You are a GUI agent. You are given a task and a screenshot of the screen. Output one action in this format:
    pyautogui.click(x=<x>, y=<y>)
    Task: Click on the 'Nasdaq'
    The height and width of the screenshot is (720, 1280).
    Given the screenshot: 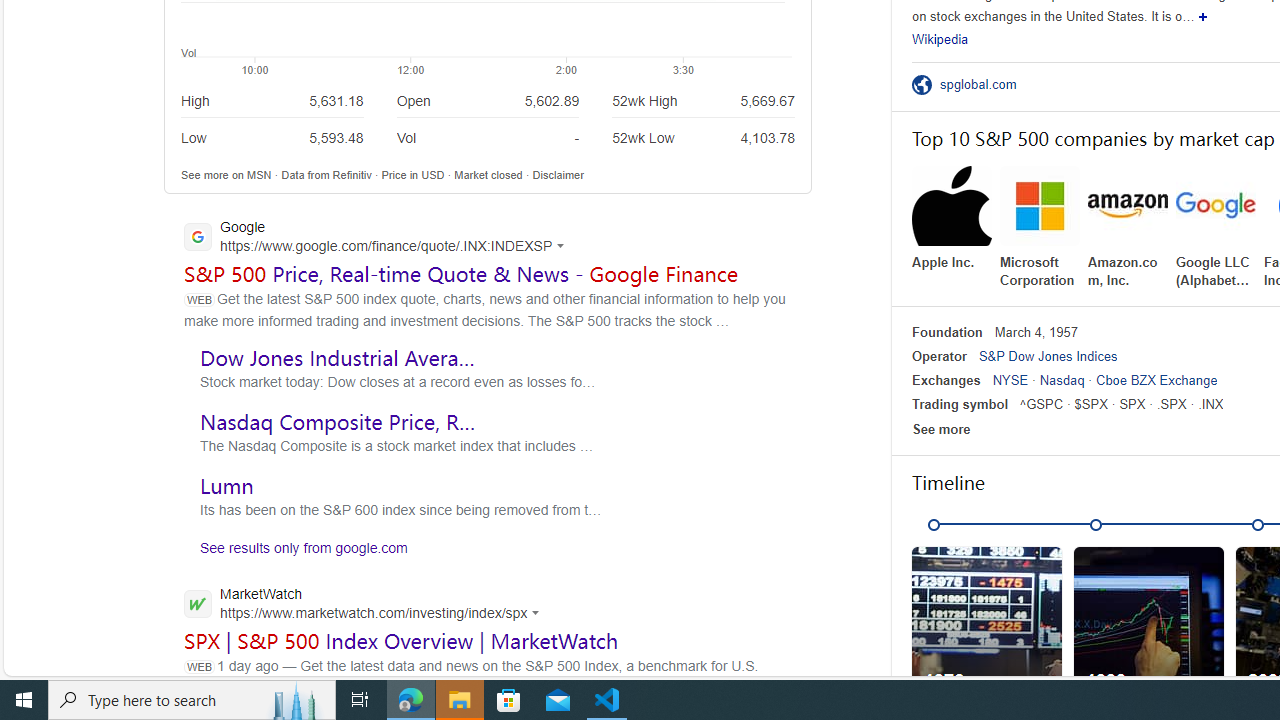 What is the action you would take?
    pyautogui.click(x=1061, y=380)
    